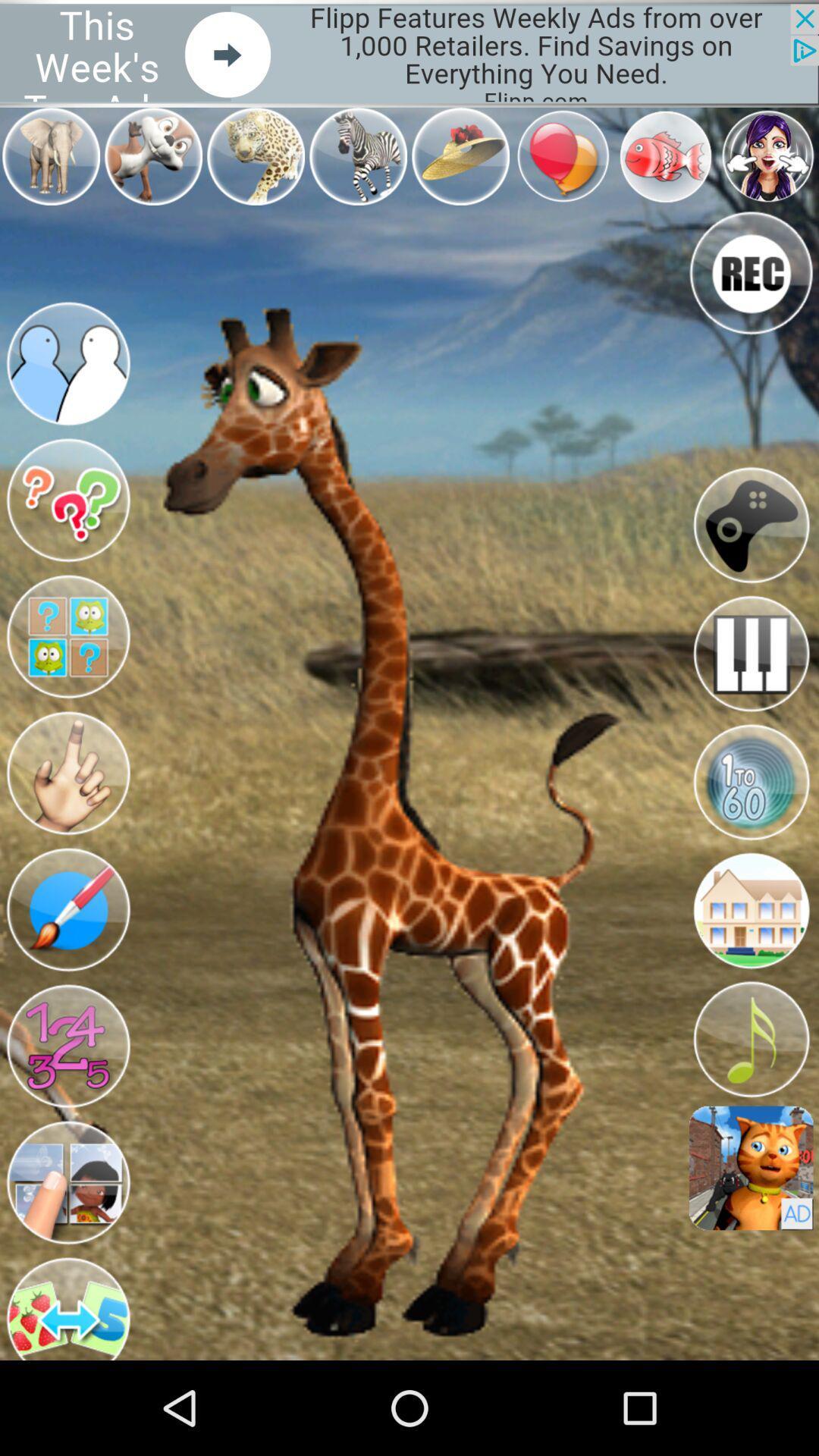 The width and height of the screenshot is (819, 1456). Describe the element at coordinates (67, 974) in the screenshot. I see `the edit icon` at that location.